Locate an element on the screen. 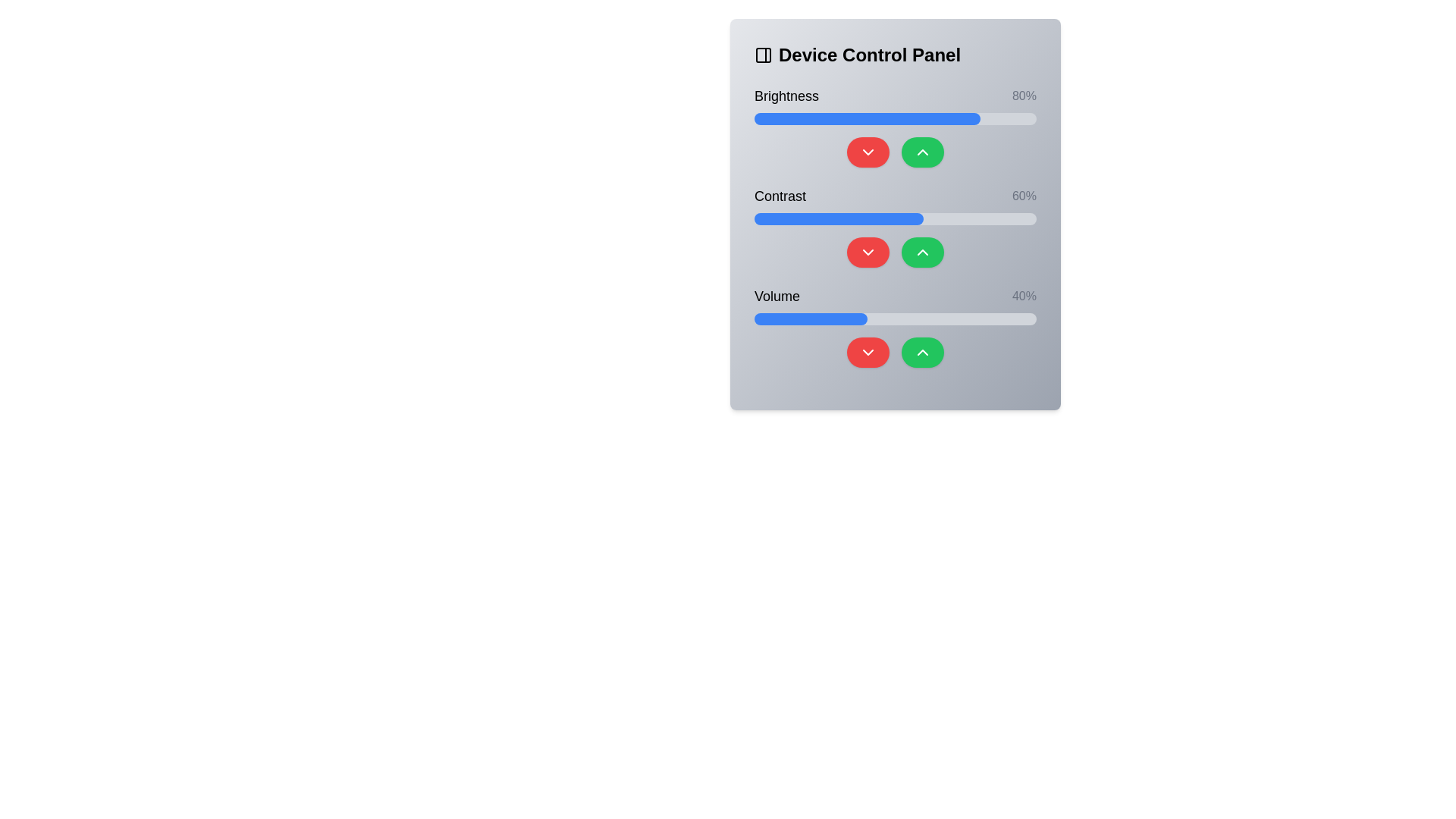  the contrast level is located at coordinates (853, 219).